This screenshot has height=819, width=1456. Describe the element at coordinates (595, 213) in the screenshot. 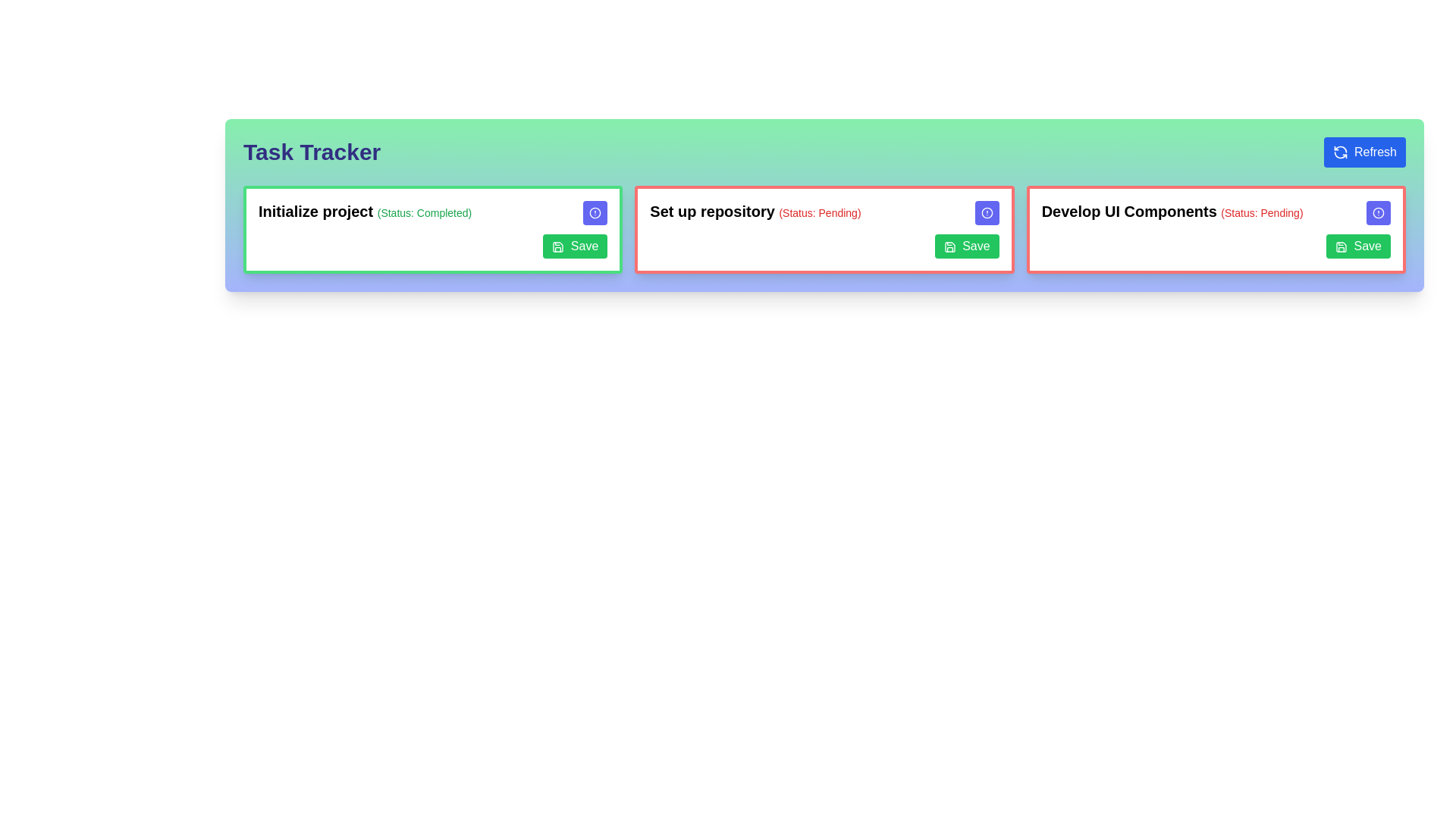

I see `the small circular icon with a white interior and currentColor-stroked border, located at the top-right corner of the 'Initialize project' card` at that location.